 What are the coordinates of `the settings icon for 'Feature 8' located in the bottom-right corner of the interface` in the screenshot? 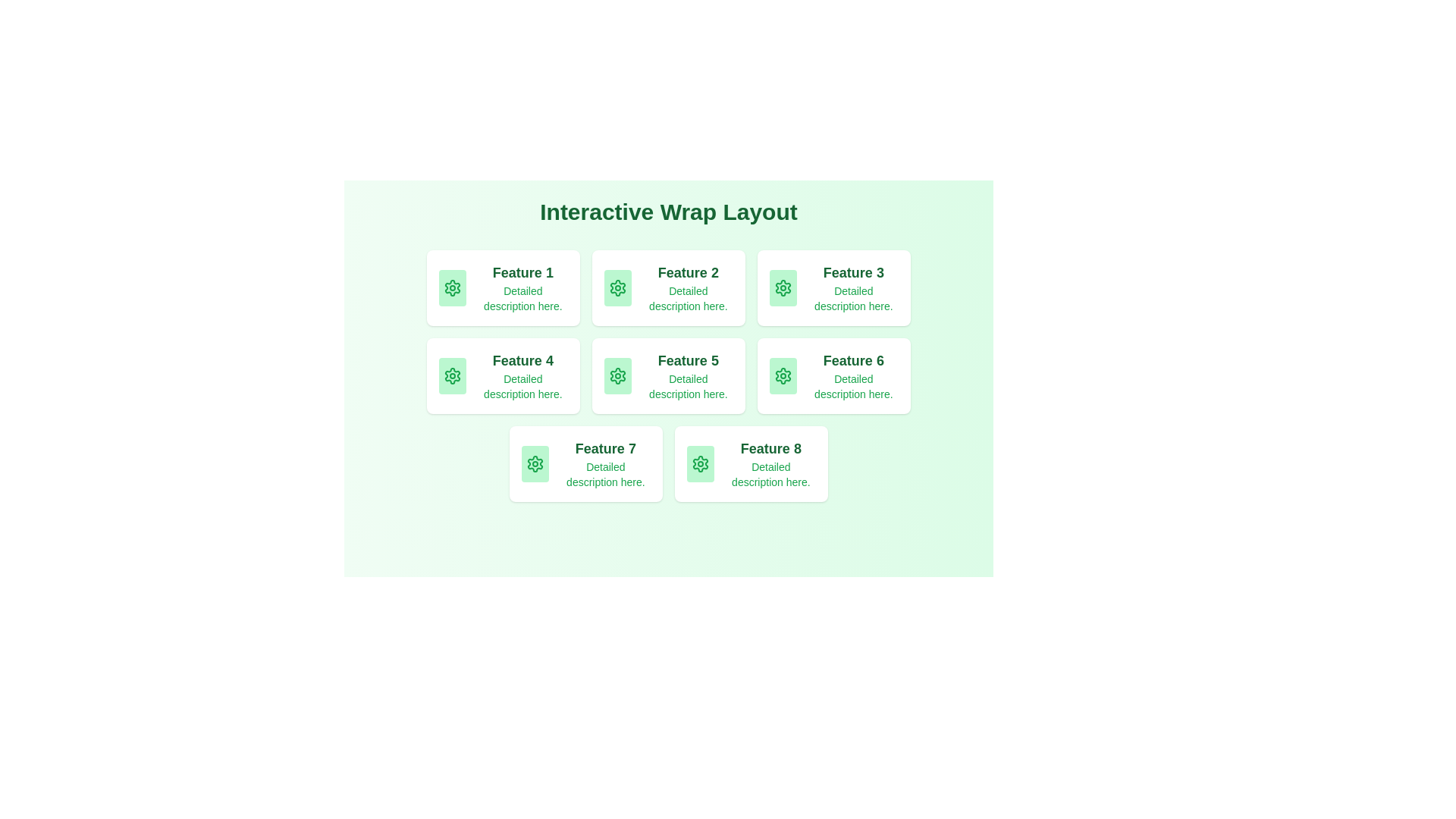 It's located at (699, 463).